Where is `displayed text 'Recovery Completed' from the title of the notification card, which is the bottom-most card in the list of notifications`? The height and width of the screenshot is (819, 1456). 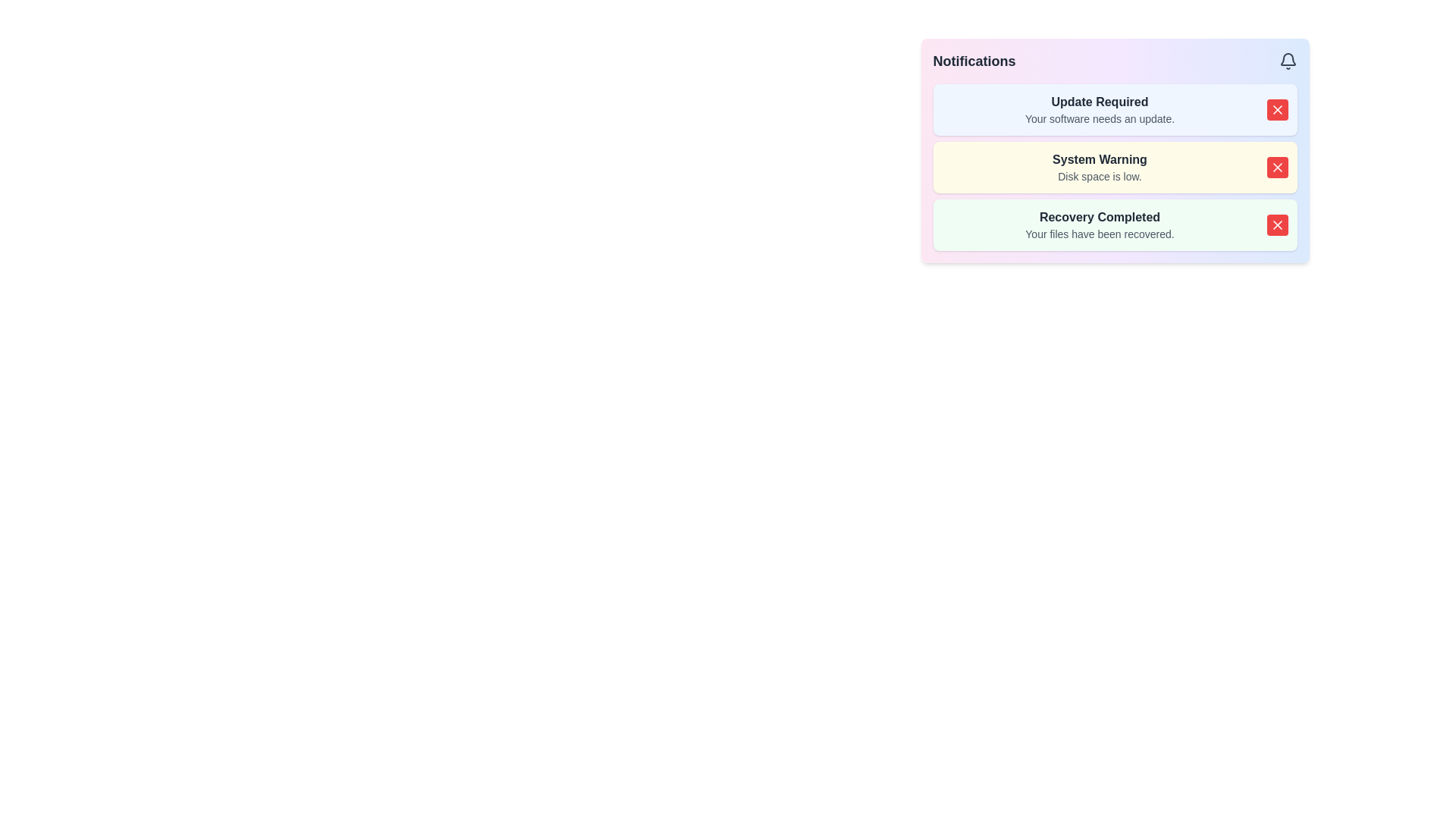
displayed text 'Recovery Completed' from the title of the notification card, which is the bottom-most card in the list of notifications is located at coordinates (1100, 217).